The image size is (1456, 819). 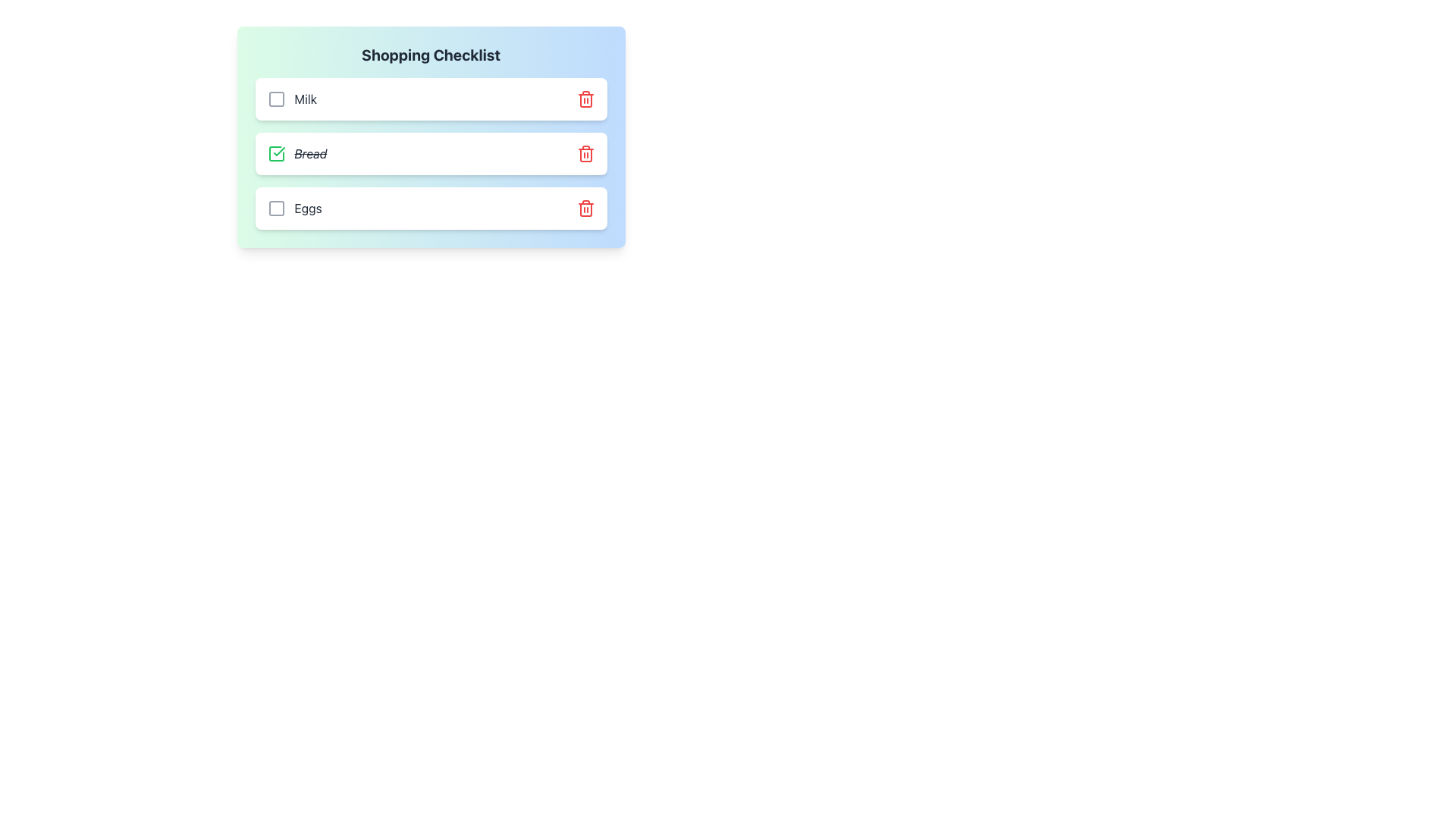 I want to click on the checkbox for the 'Milk' item in the Shopping Checklist interface, which is represented by the inner square located, so click(x=276, y=99).